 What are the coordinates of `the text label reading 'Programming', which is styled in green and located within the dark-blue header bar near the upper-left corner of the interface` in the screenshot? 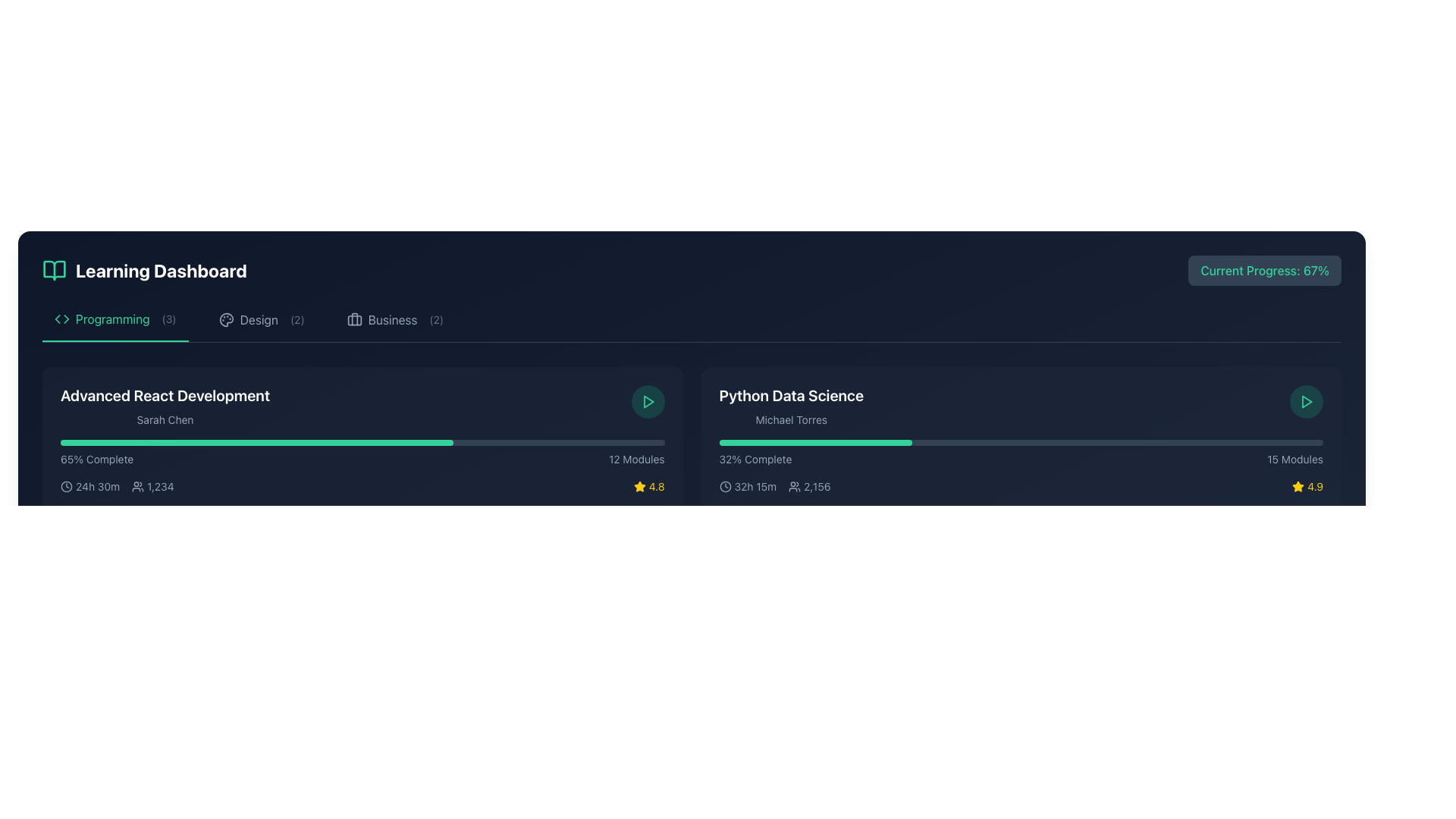 It's located at (111, 318).